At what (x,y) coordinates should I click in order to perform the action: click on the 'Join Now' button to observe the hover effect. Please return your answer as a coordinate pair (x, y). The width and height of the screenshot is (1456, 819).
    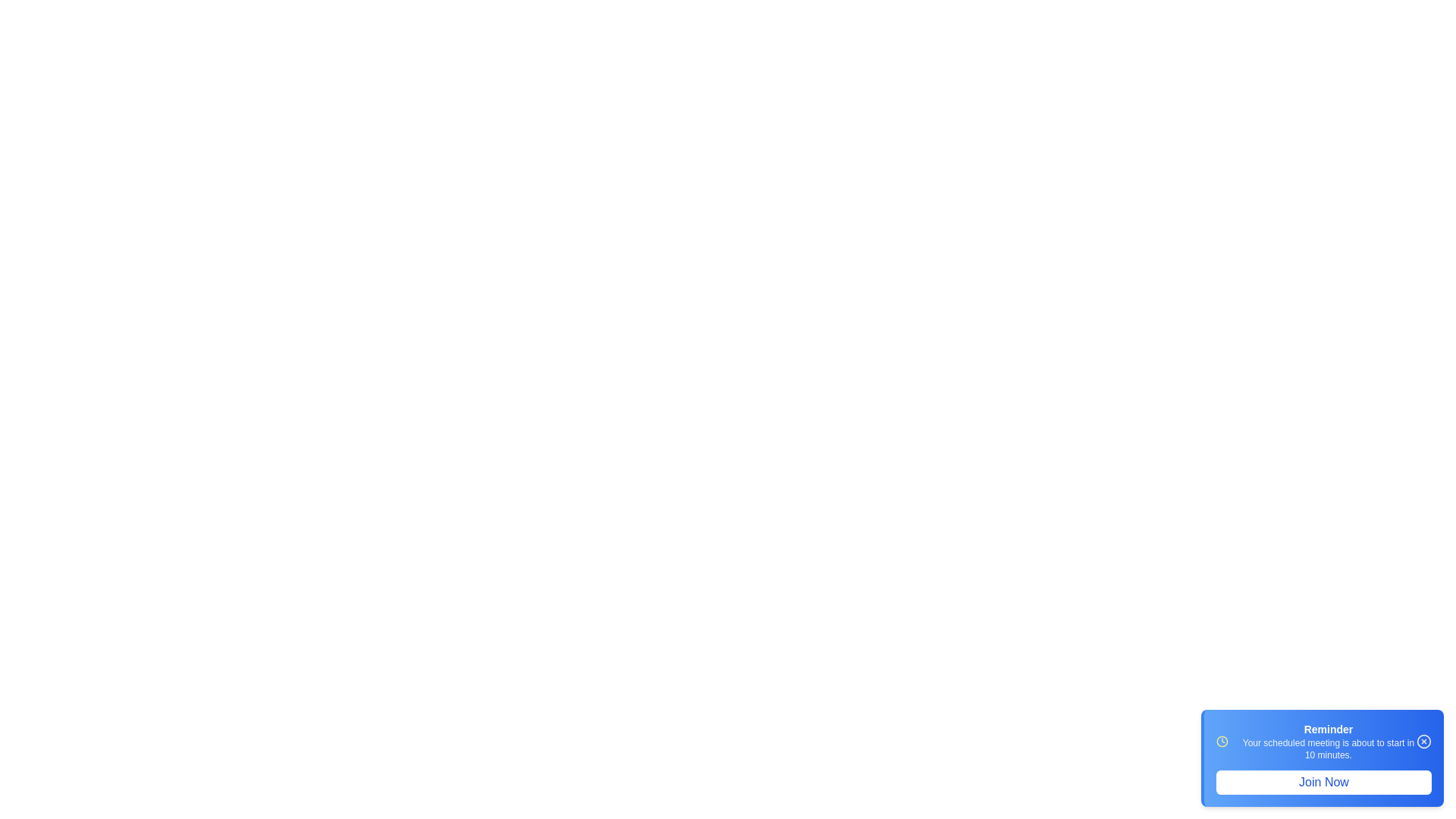
    Looking at the image, I should click on (1323, 783).